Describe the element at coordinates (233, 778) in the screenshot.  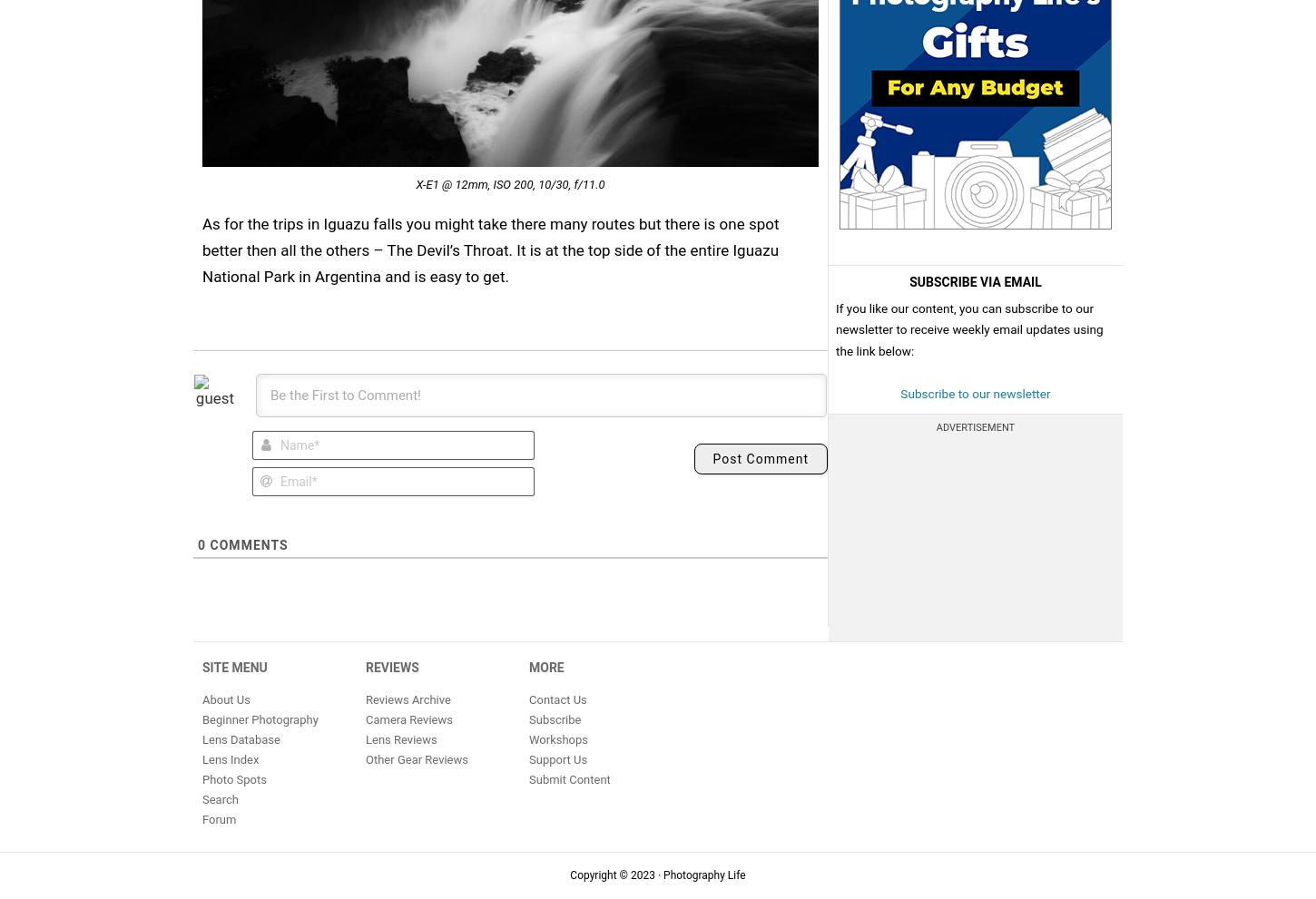
I see `'Photo Spots'` at that location.